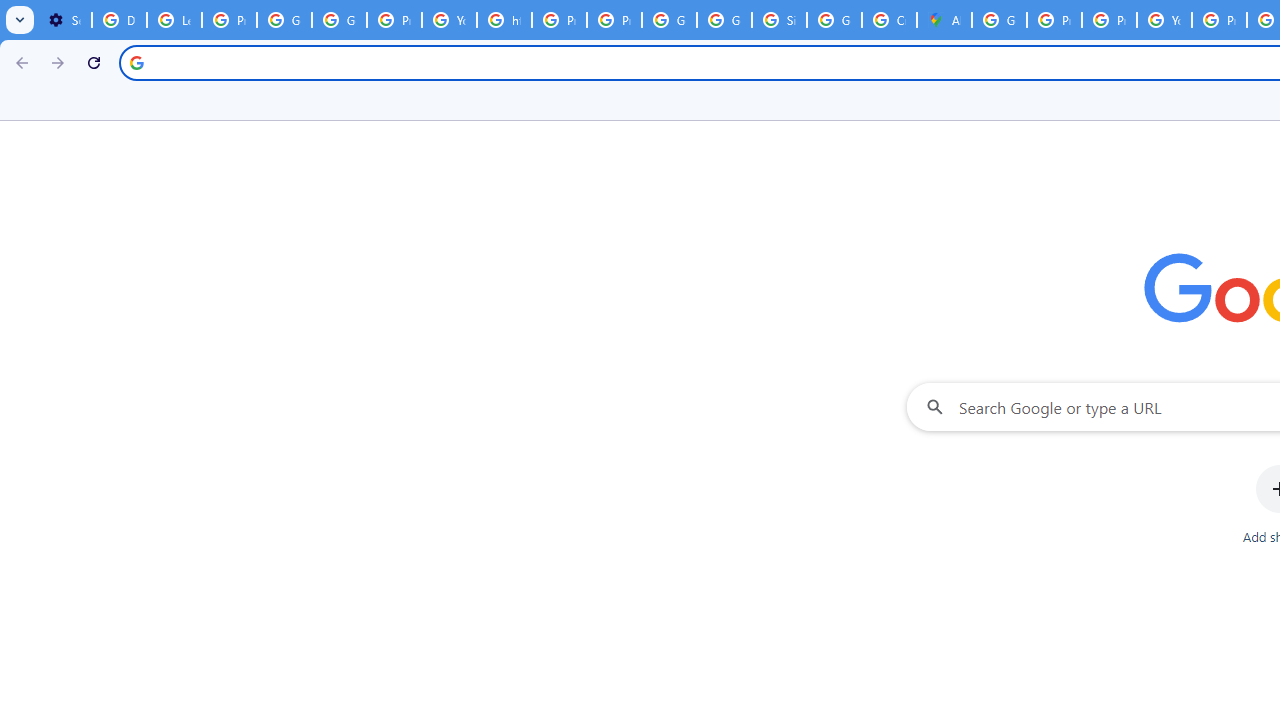 This screenshot has height=720, width=1280. I want to click on 'https://scholar.google.com/', so click(504, 20).